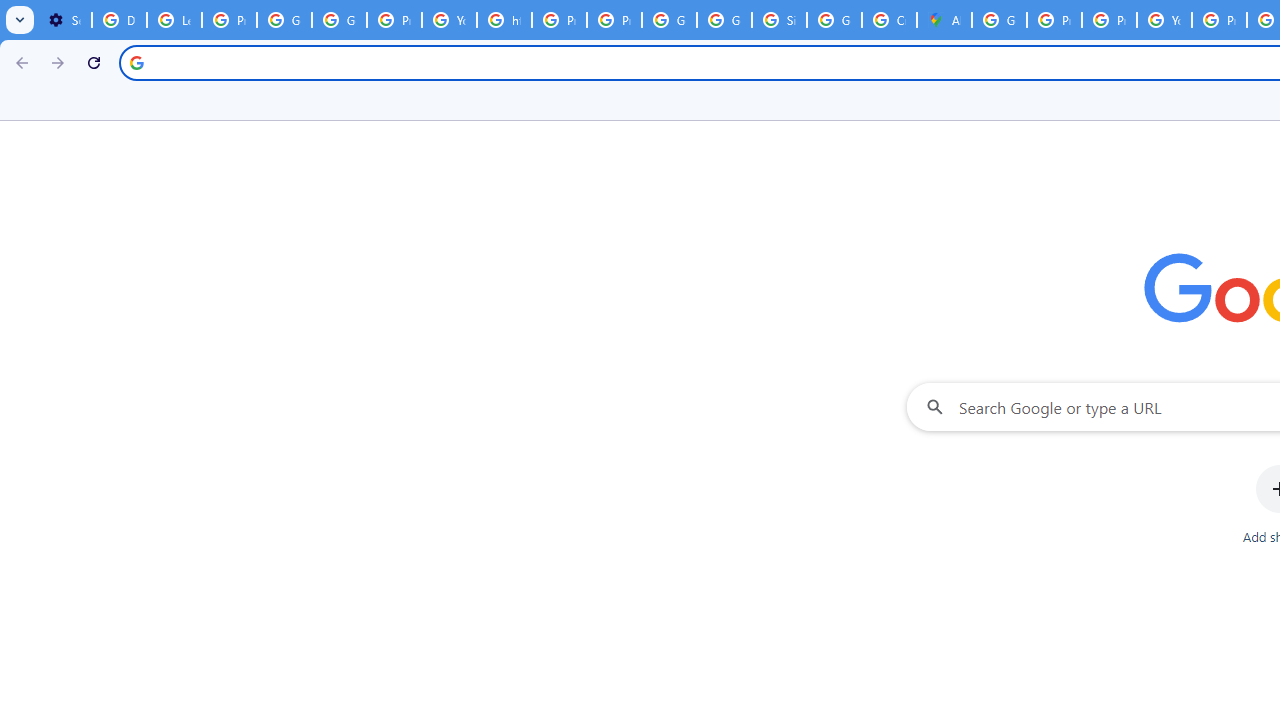 This screenshot has height=720, width=1280. I want to click on 'https://scholar.google.com/', so click(504, 20).